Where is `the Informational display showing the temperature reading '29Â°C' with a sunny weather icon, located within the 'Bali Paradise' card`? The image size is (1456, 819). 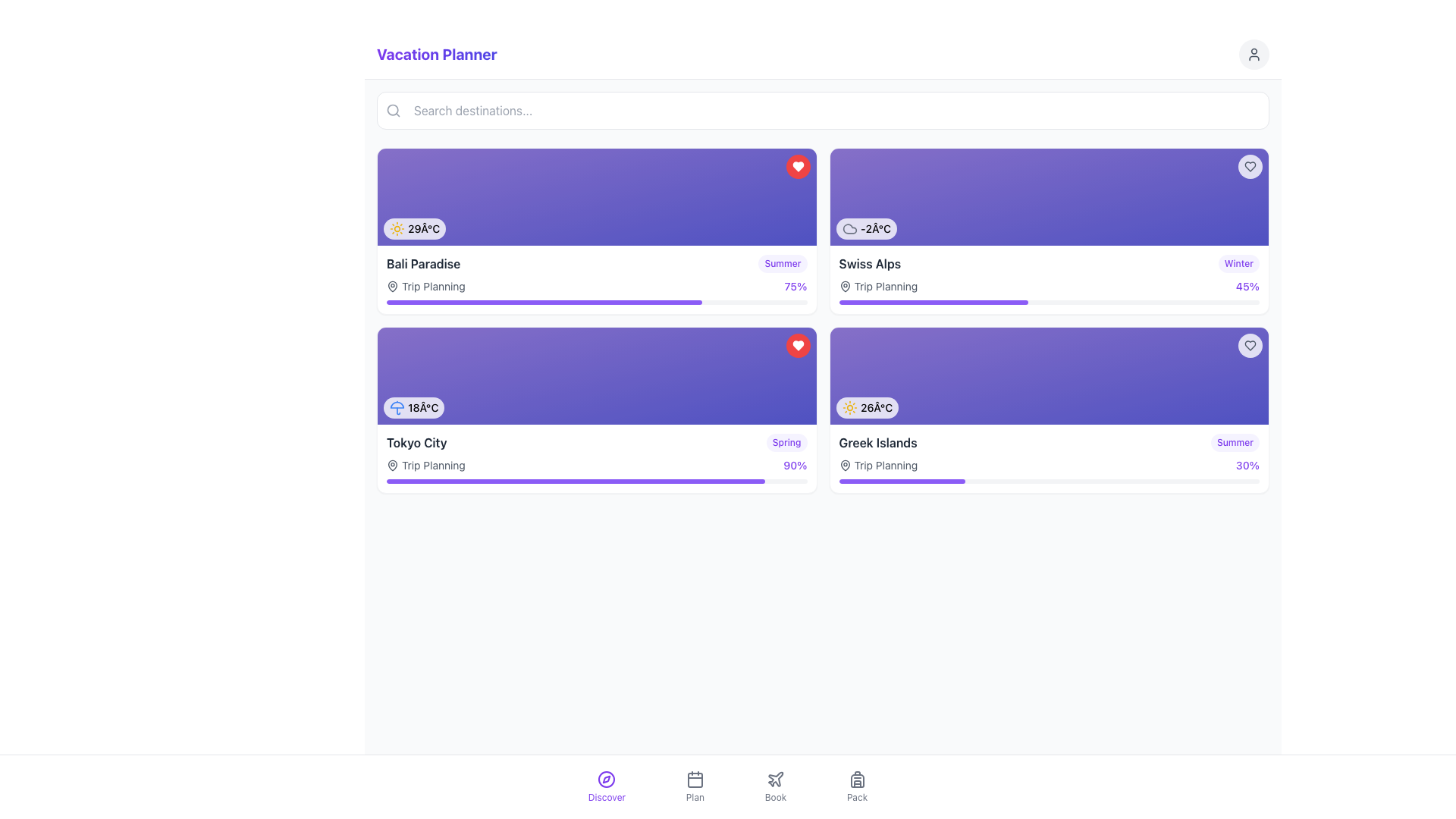 the Informational display showing the temperature reading '29Â°C' with a sunny weather icon, located within the 'Bali Paradise' card is located at coordinates (415, 228).